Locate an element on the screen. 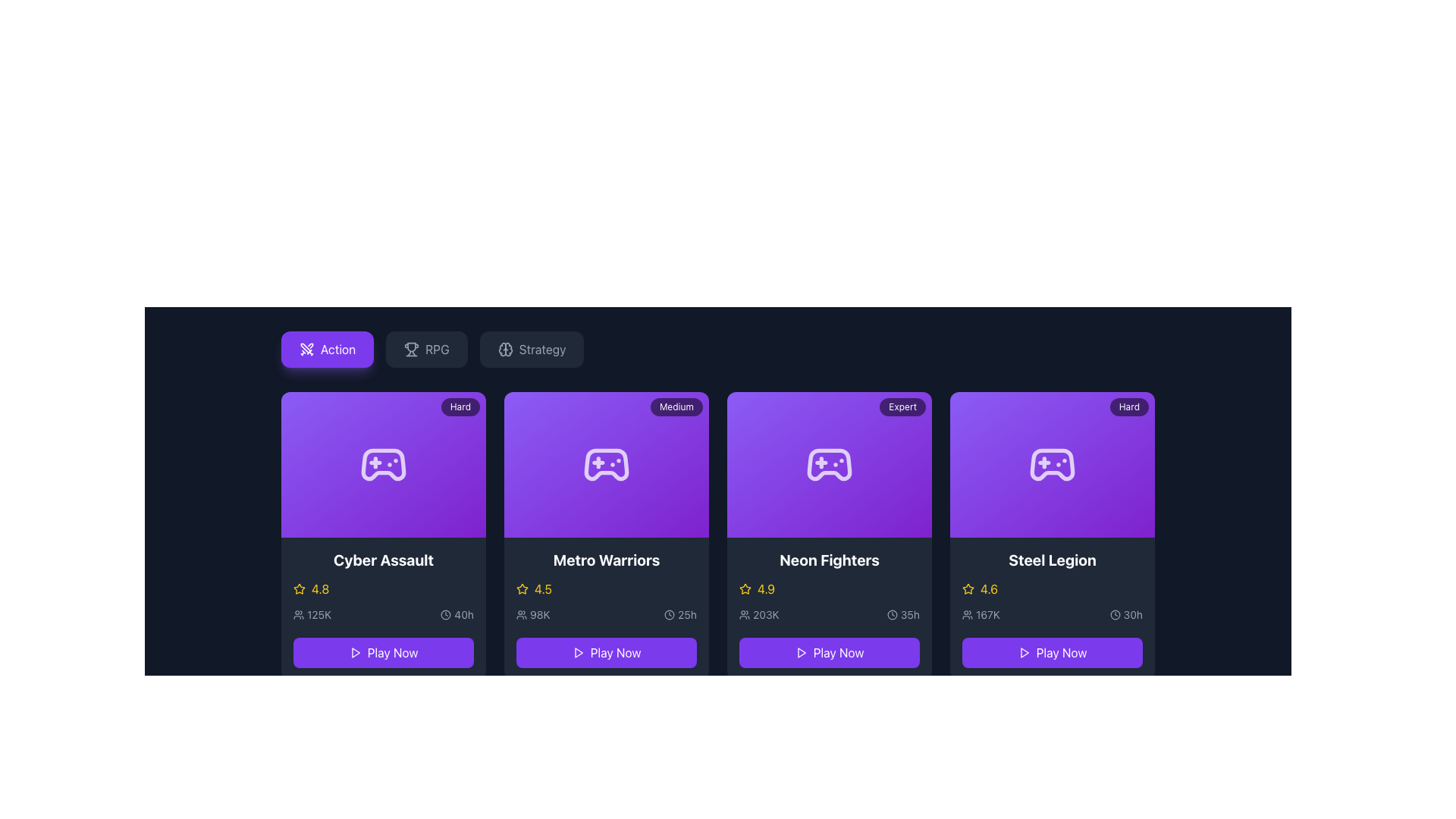  the small play icon, which is part of the 'Play Now' button group in the Steel Legion card is located at coordinates (1024, 651).